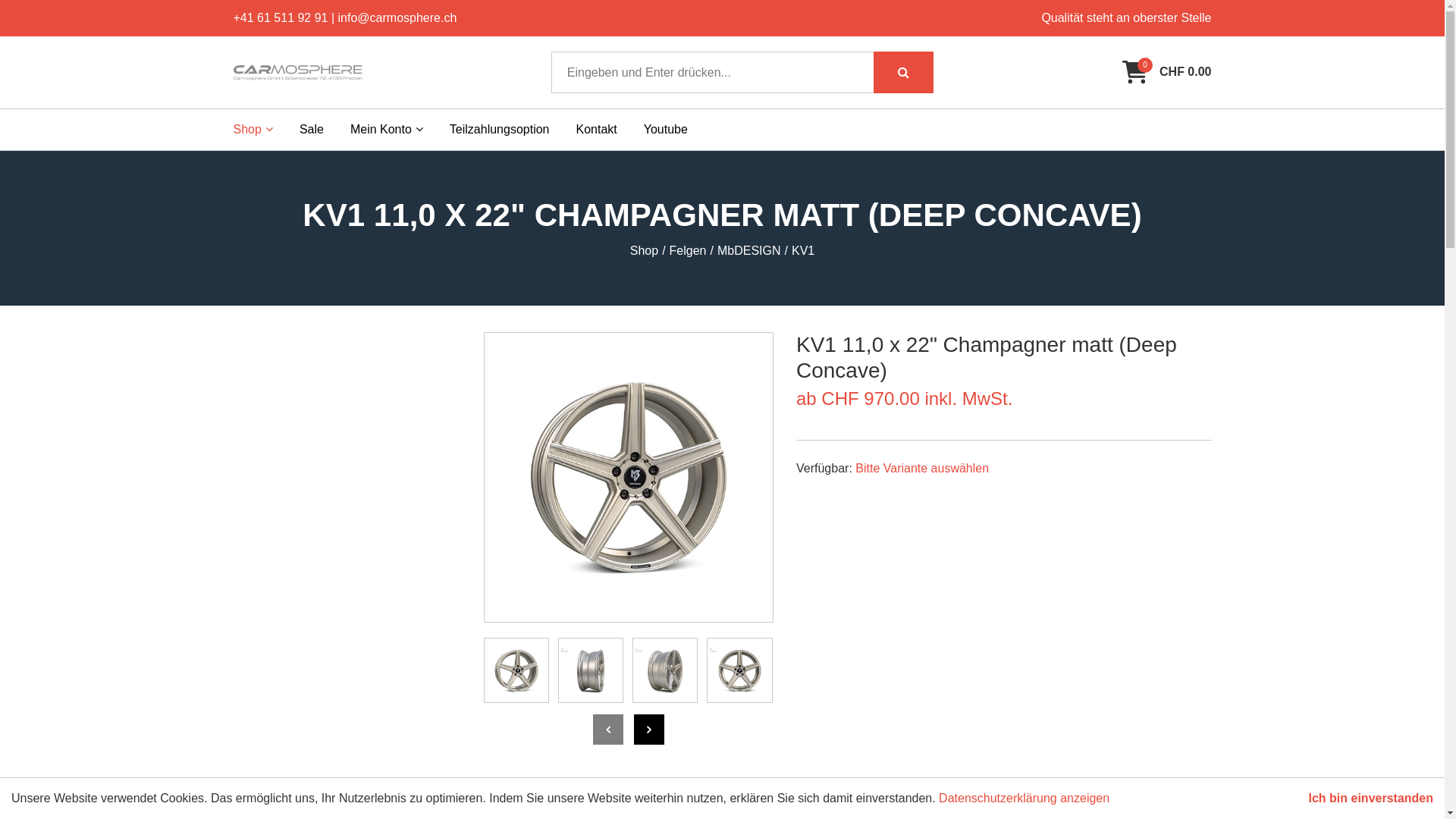 The image size is (1456, 819). What do you see at coordinates (1308, 798) in the screenshot?
I see `'Ich bin einverstanden'` at bounding box center [1308, 798].